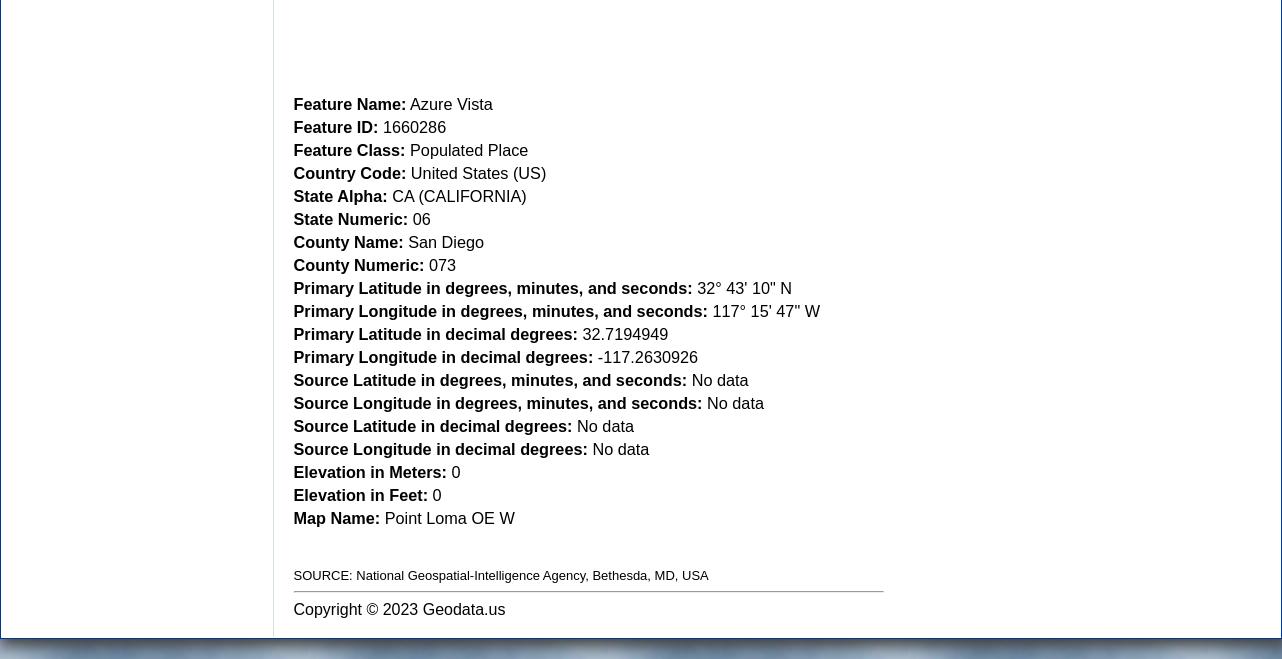 This screenshot has width=1282, height=659. I want to click on 'Populated Place', so click(403, 147).